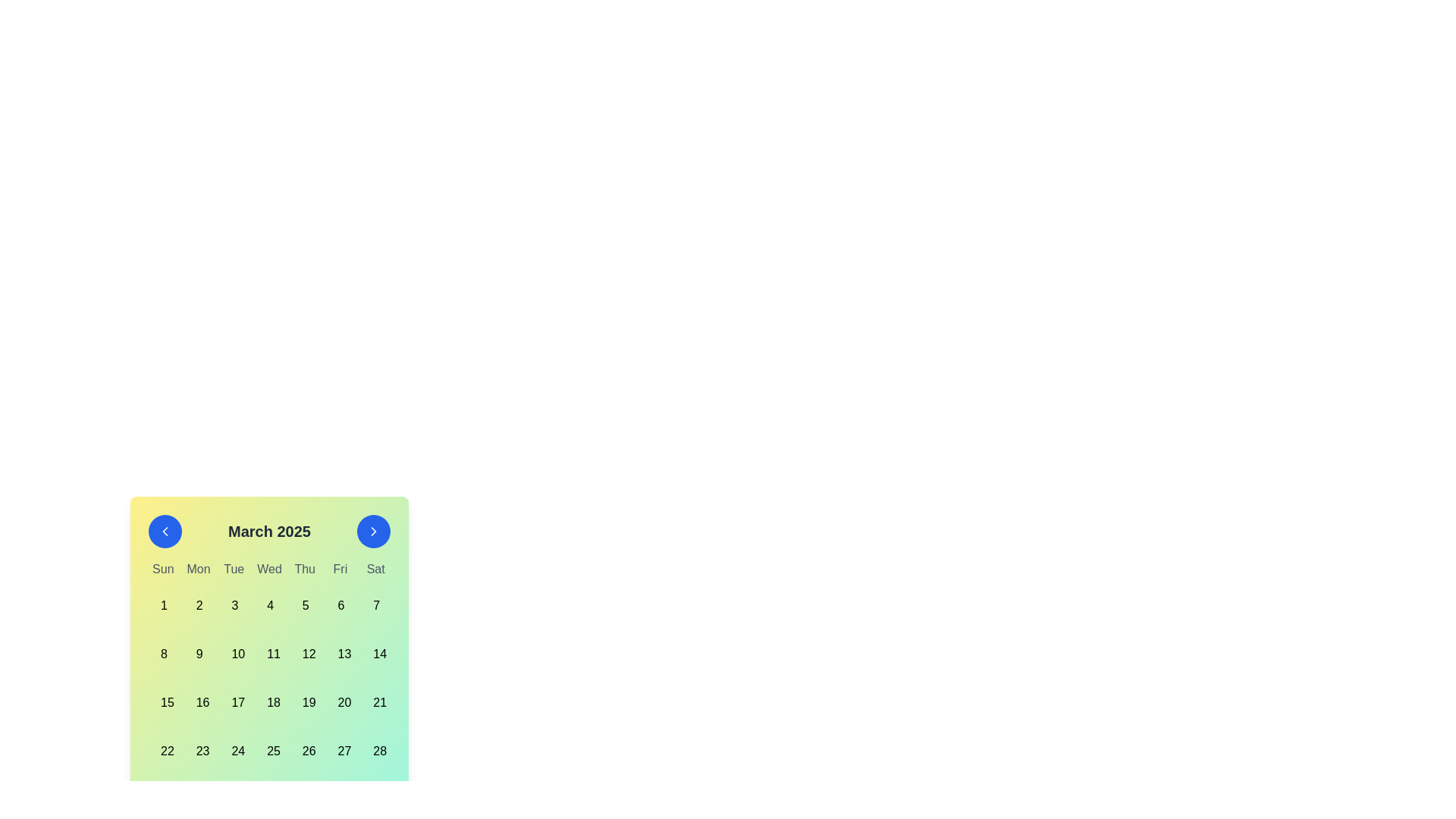  What do you see at coordinates (198, 702) in the screenshot?
I see `the date '16' button in the calendar interface` at bounding box center [198, 702].